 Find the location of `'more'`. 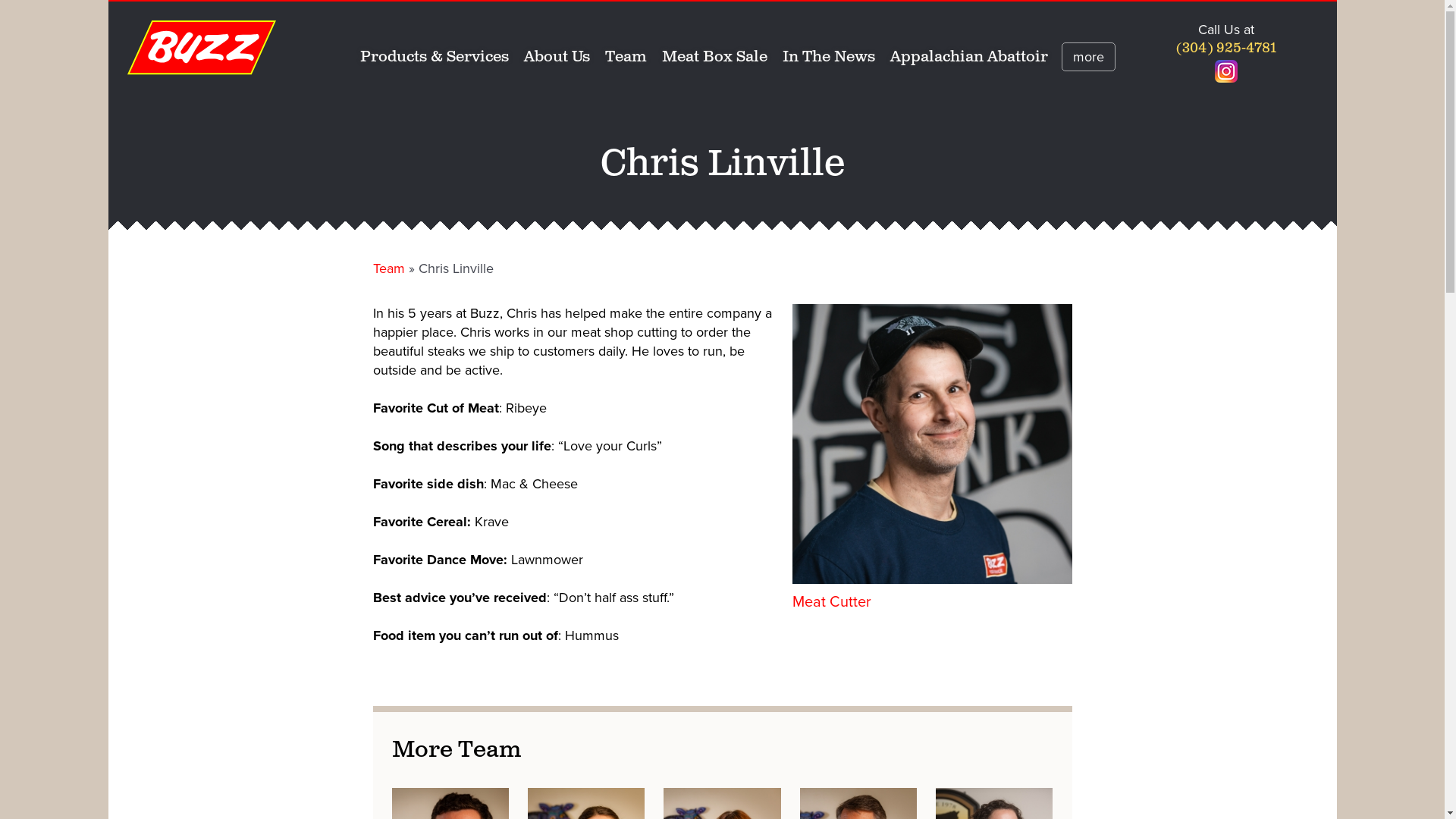

'more' is located at coordinates (1087, 55).